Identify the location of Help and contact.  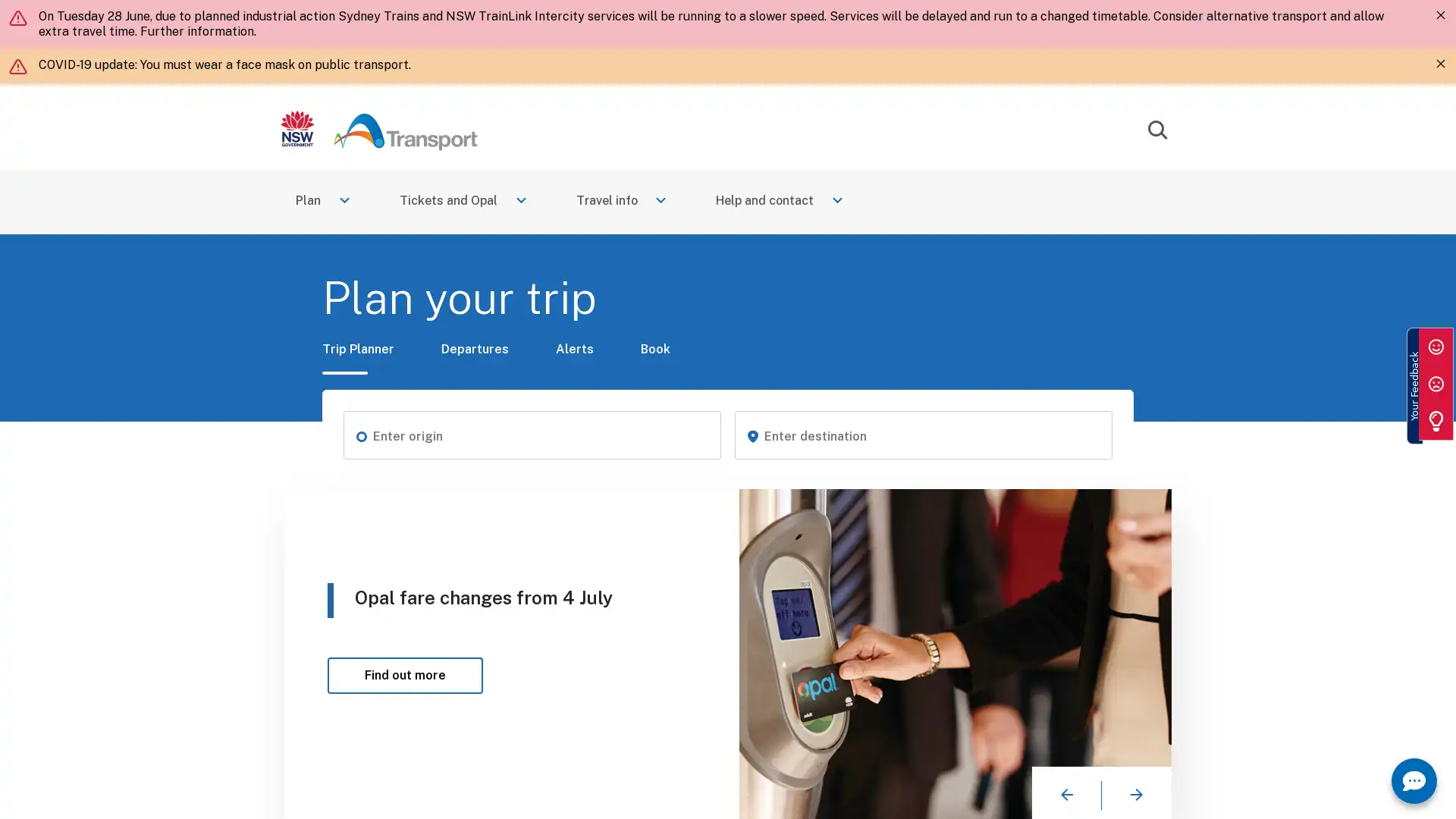
(781, 201).